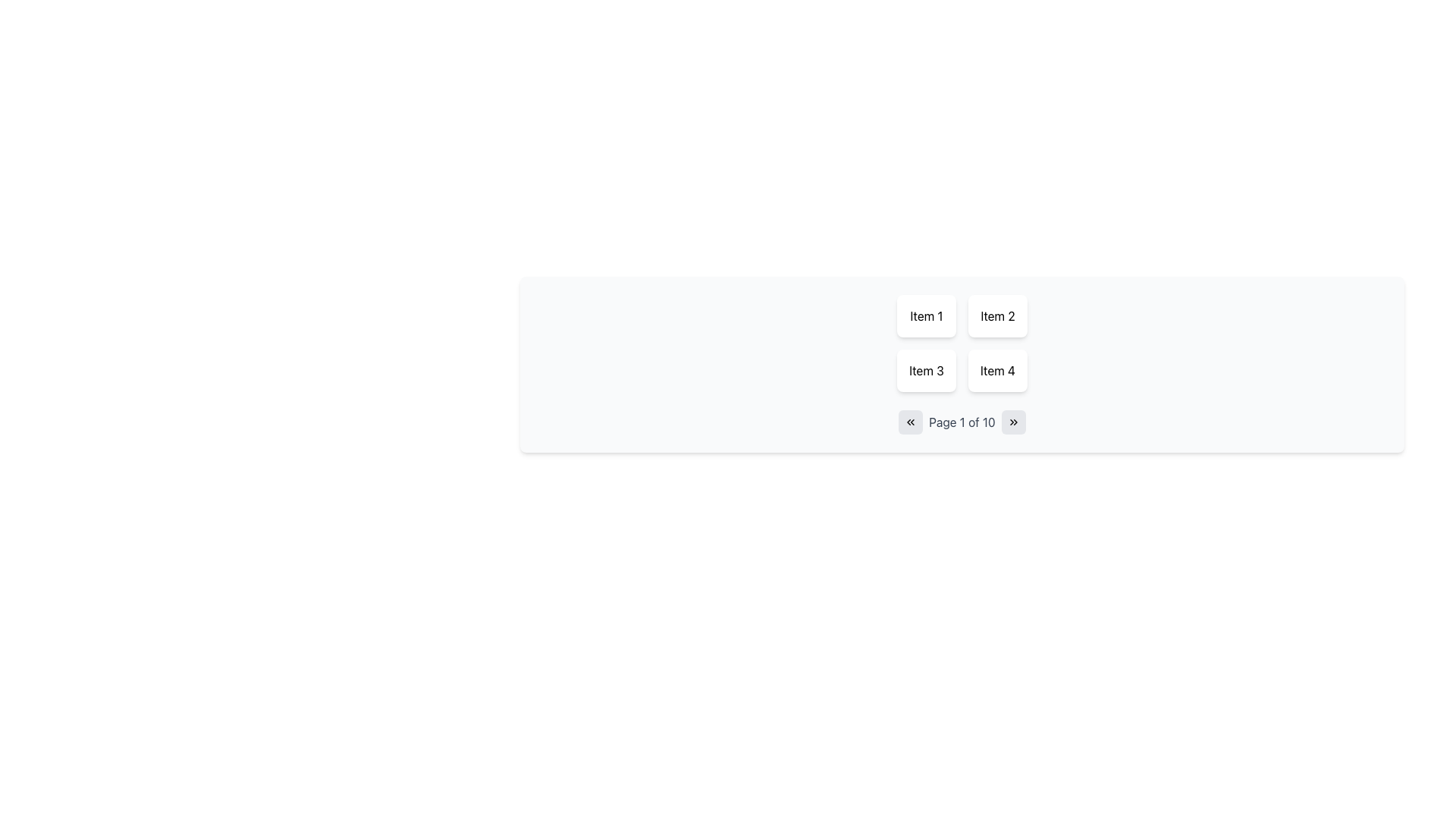 The image size is (1456, 819). Describe the element at coordinates (997, 371) in the screenshot. I see `the button labeled 'Item 4' located in the second column of the second row of a two-column grid layout` at that location.